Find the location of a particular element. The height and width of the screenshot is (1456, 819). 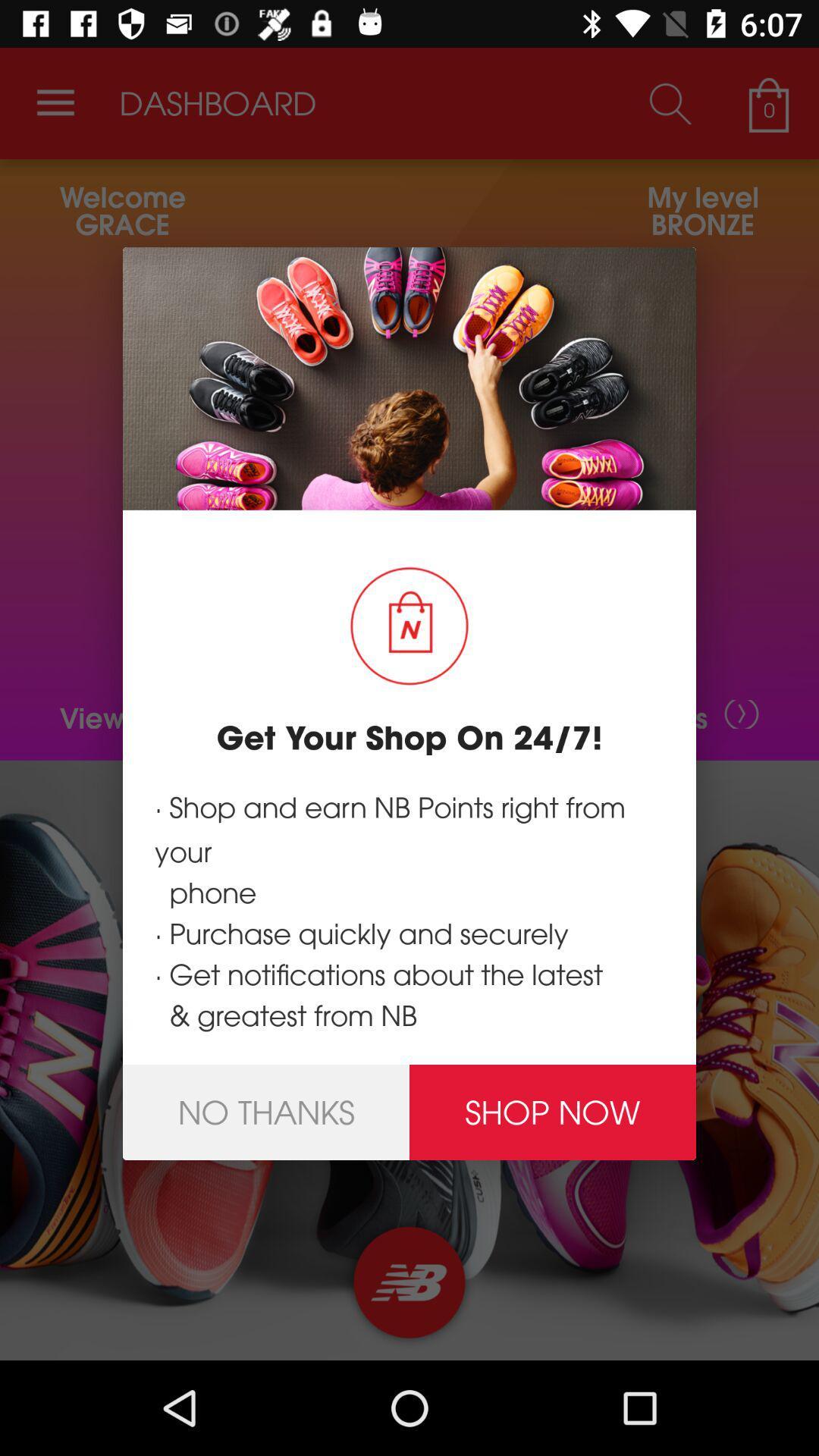

item to the right of the no thanks icon is located at coordinates (553, 1112).